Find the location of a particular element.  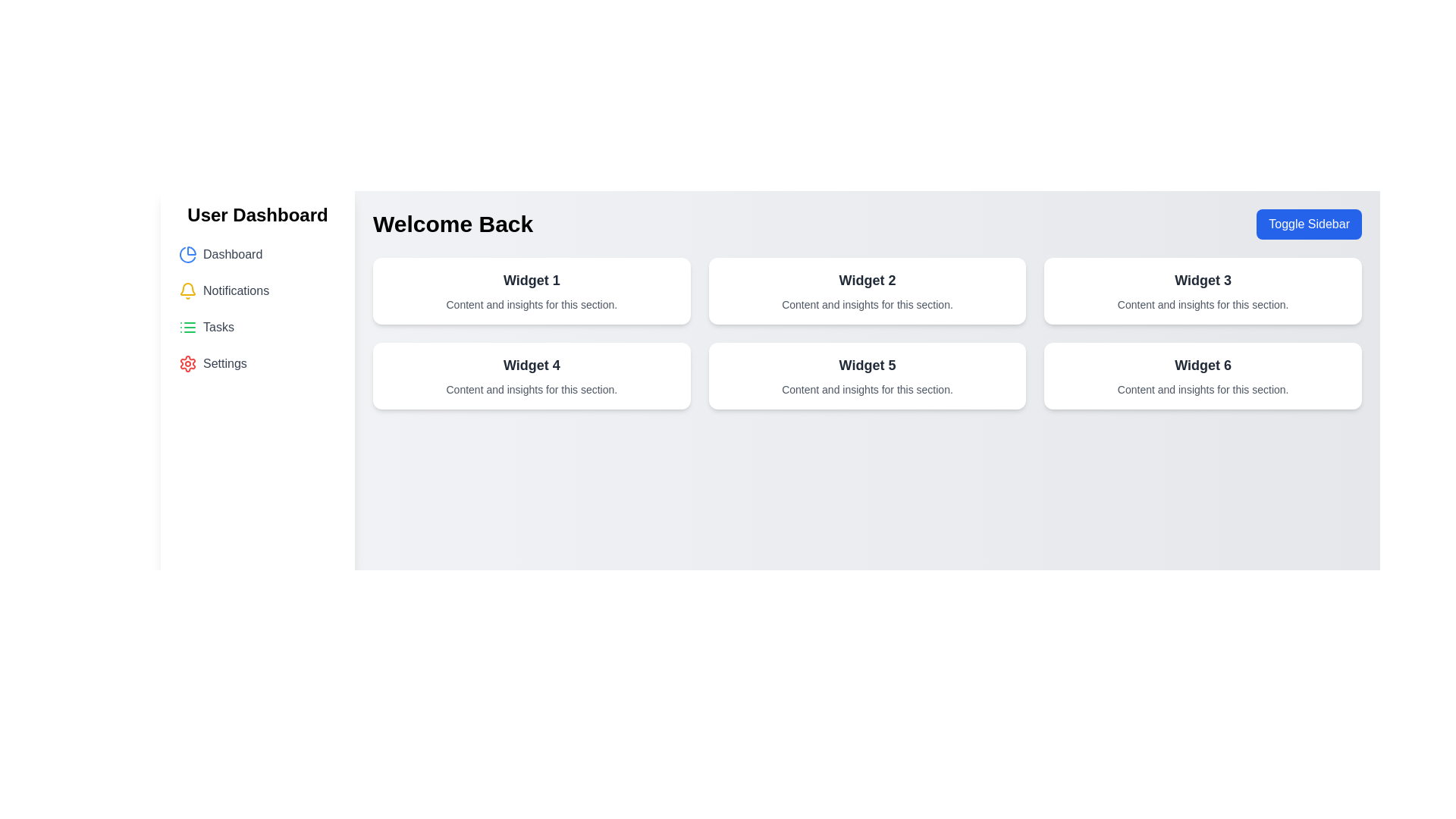

the yellow bell icon located in the left sidebar navigation menu is located at coordinates (187, 291).